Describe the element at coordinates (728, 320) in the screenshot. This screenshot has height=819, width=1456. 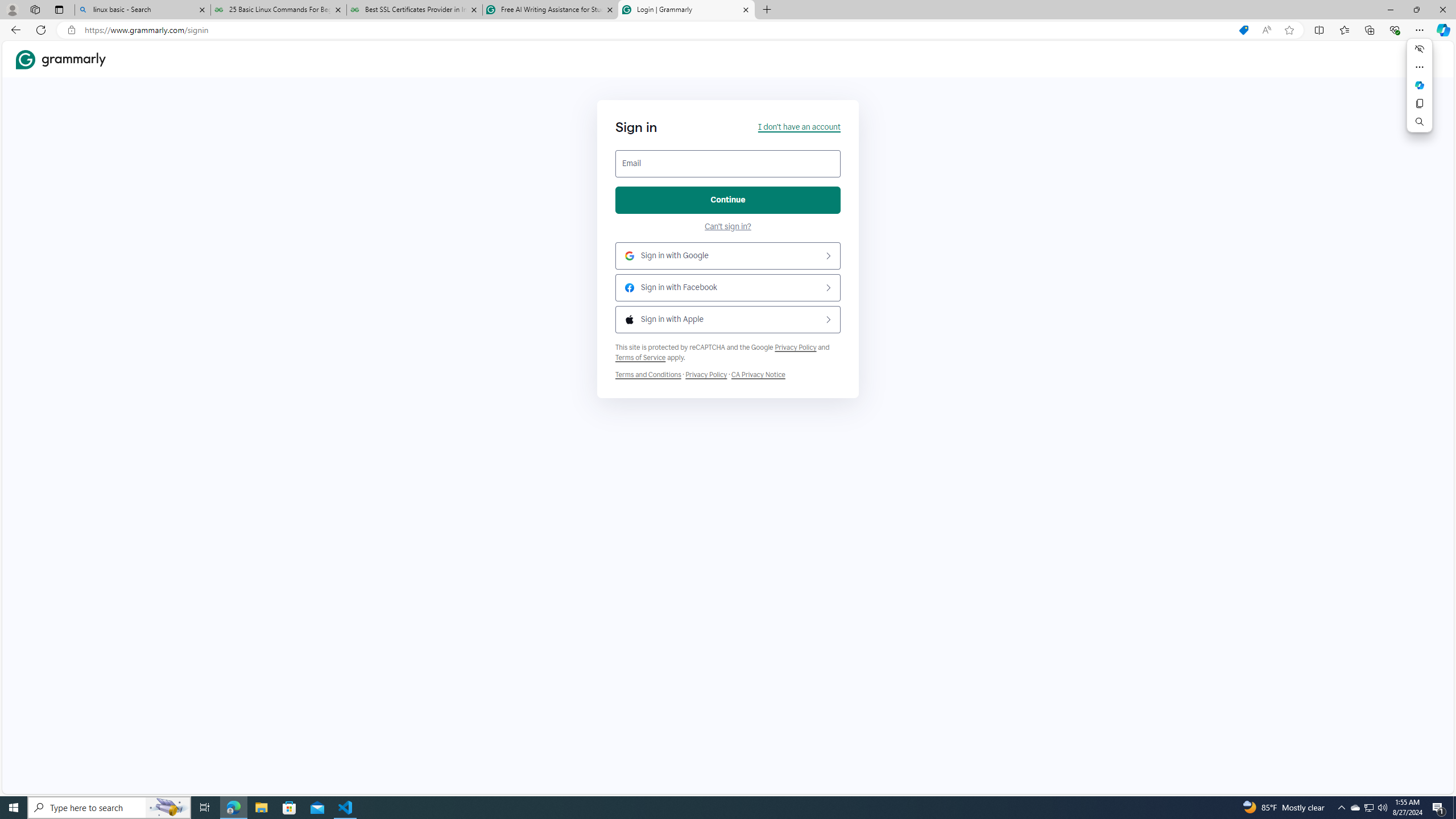
I see `'Sign in with Apple'` at that location.